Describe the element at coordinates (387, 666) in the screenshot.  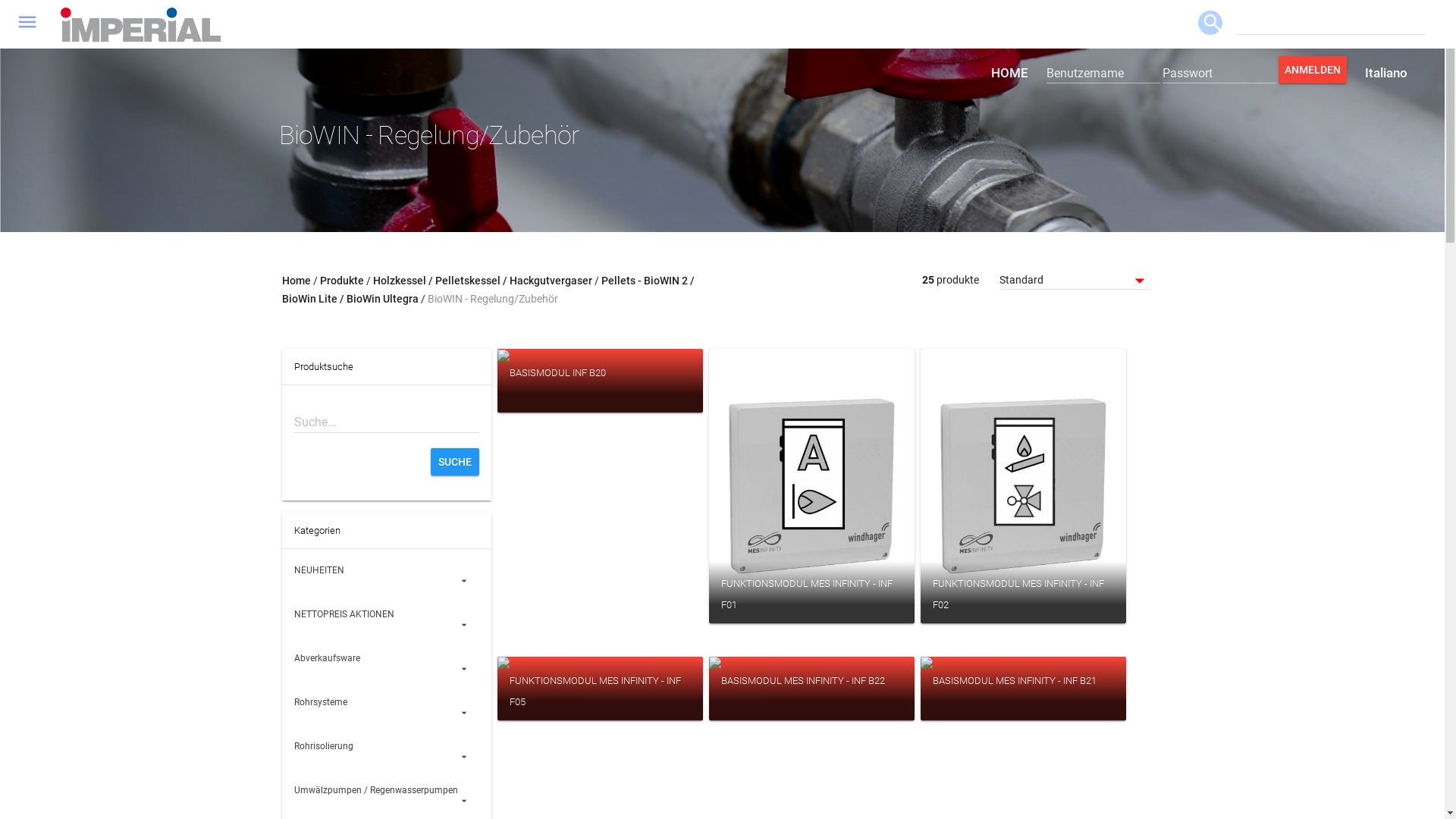
I see `'Abverkaufsware` at that location.